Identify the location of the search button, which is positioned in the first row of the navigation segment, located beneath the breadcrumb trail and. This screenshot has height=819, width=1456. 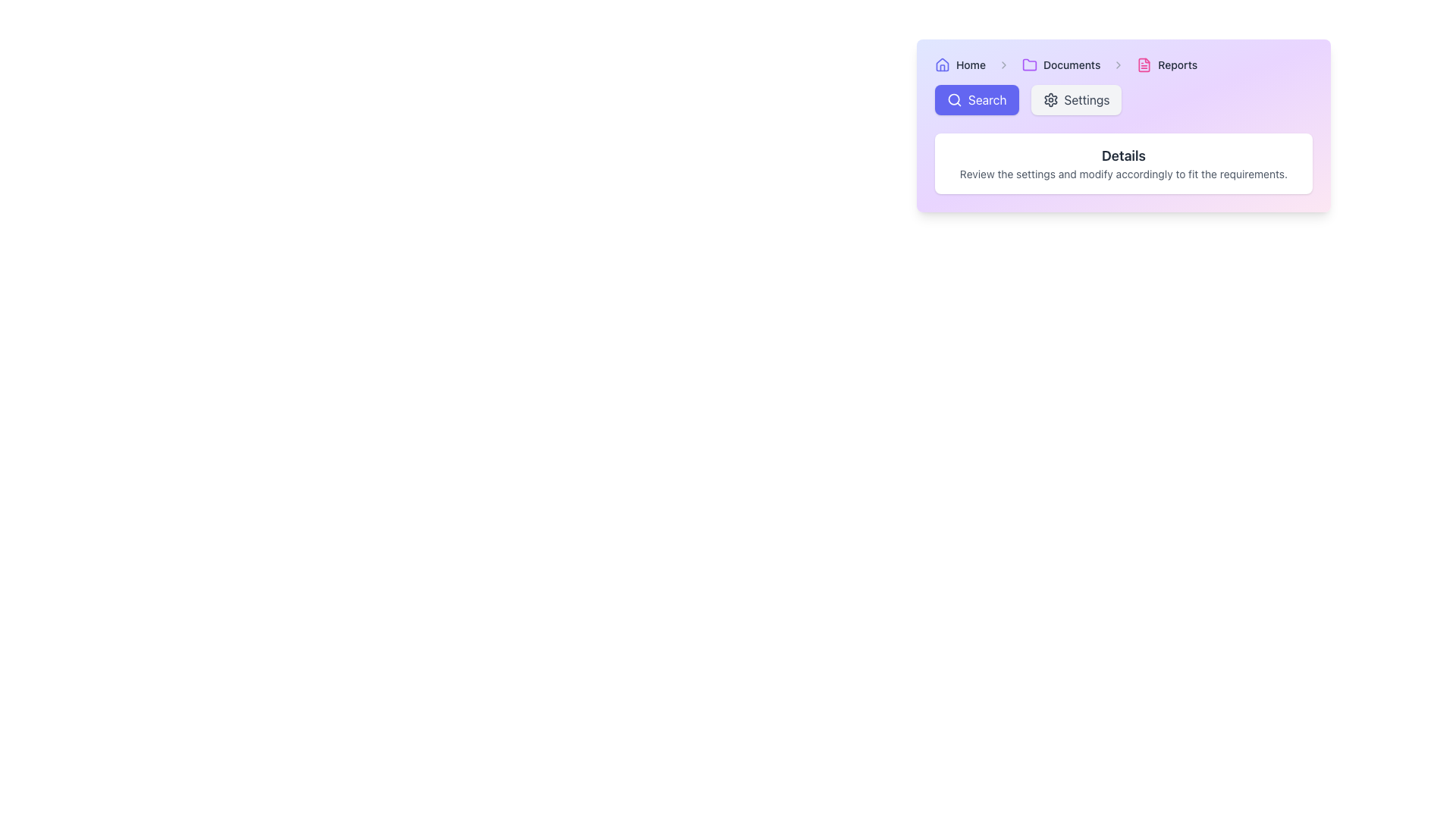
(1124, 99).